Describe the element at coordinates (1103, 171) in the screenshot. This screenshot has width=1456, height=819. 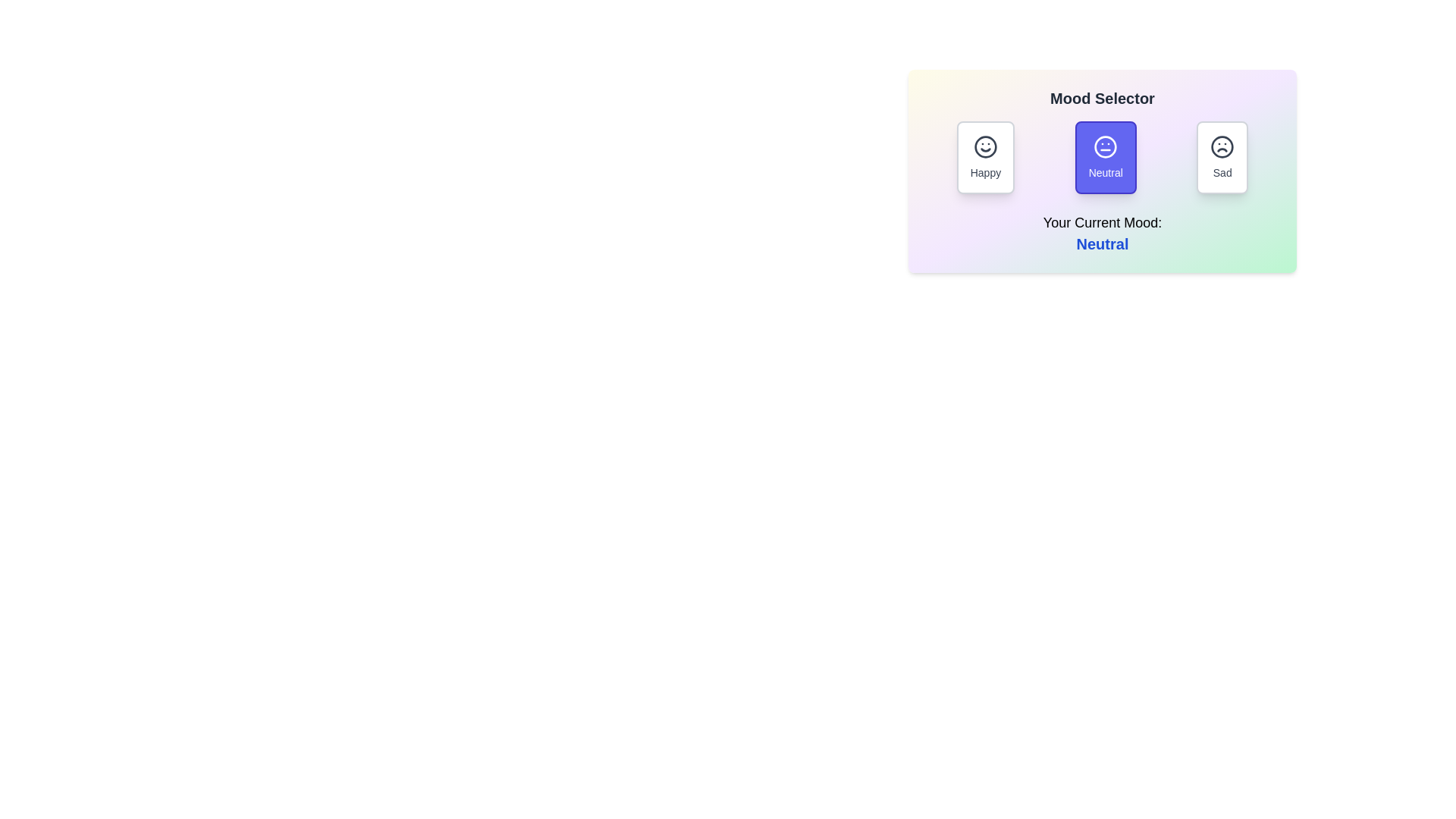
I see `the 'Neutral' button in the mood selection interface` at that location.